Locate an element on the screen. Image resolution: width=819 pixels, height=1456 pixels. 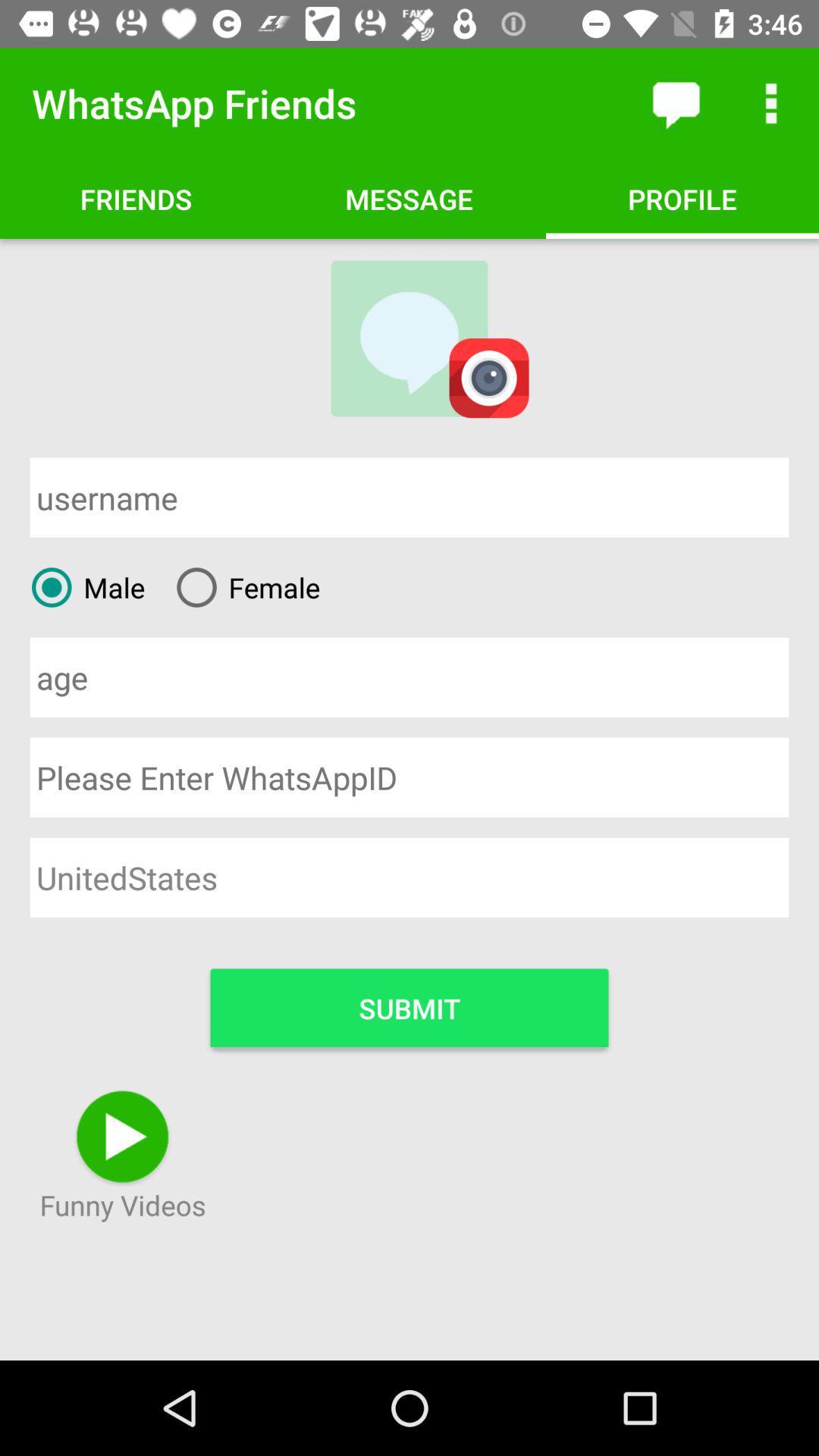
option right to friends is located at coordinates (409, 198).